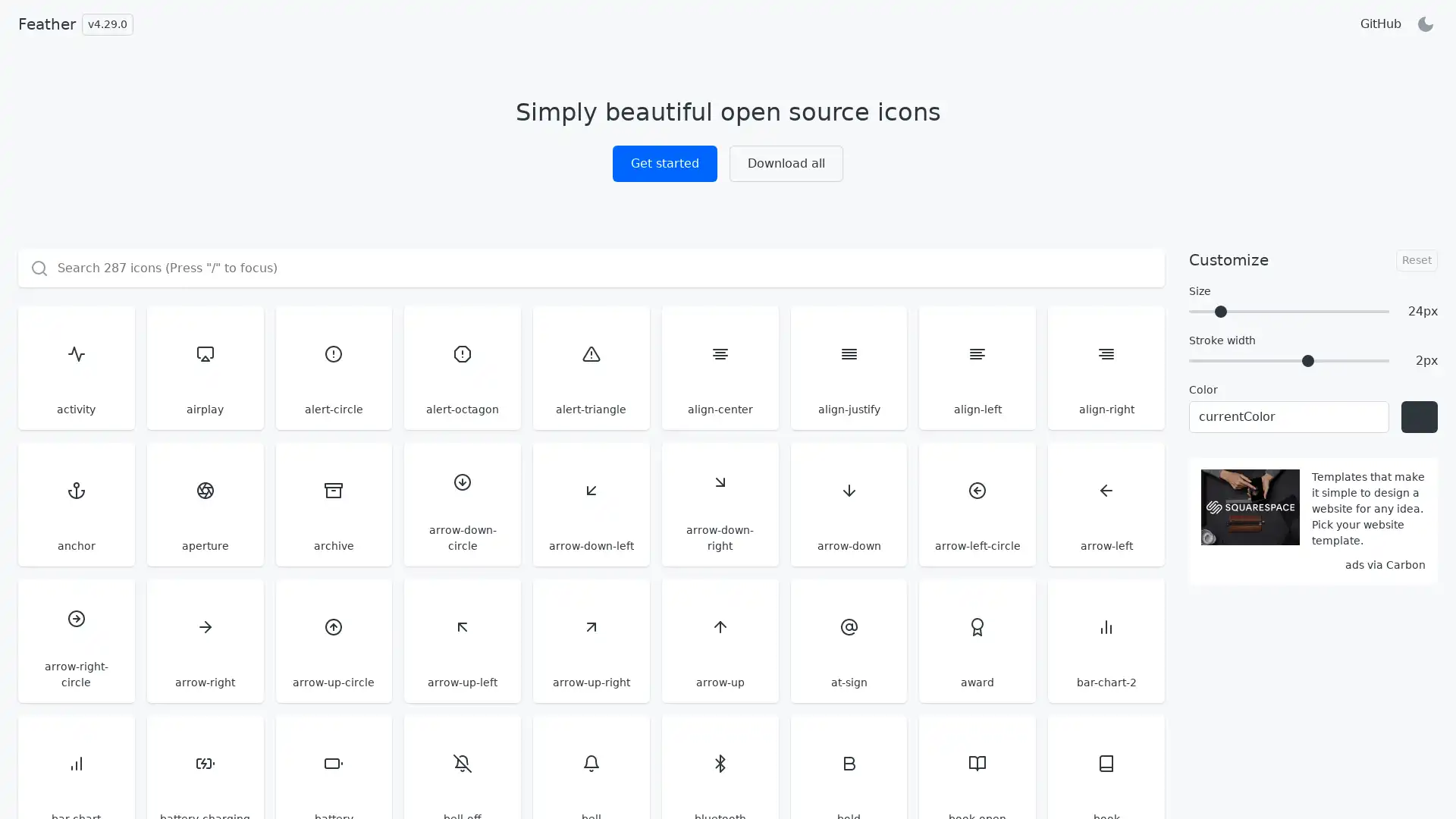  I want to click on arrow-up-circle, so click(333, 640).